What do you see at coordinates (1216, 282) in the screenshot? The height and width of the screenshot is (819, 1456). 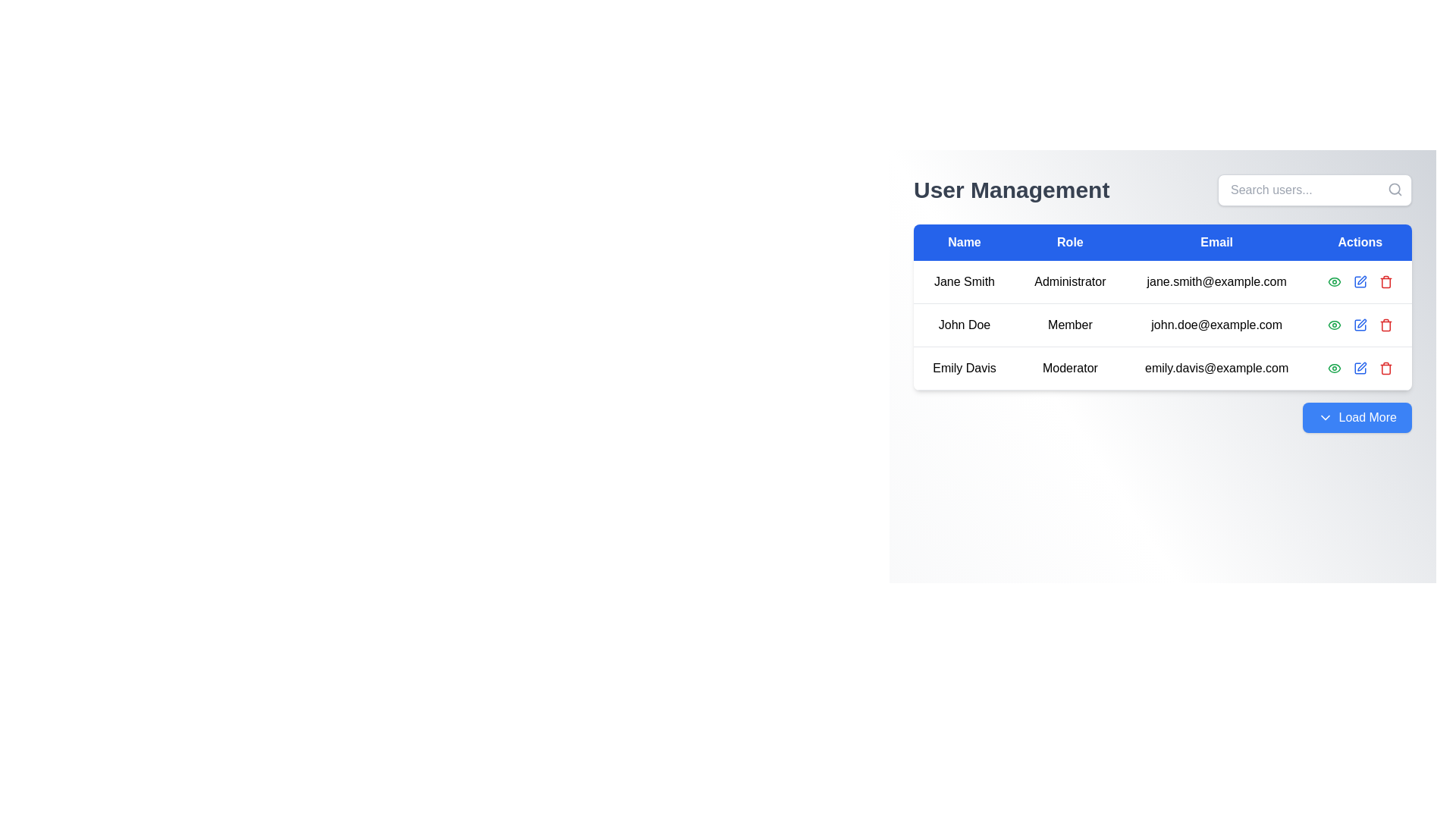 I see `the Text Display Field that shows the user's email address in the first row of the table, located in the 'Email' column` at bounding box center [1216, 282].